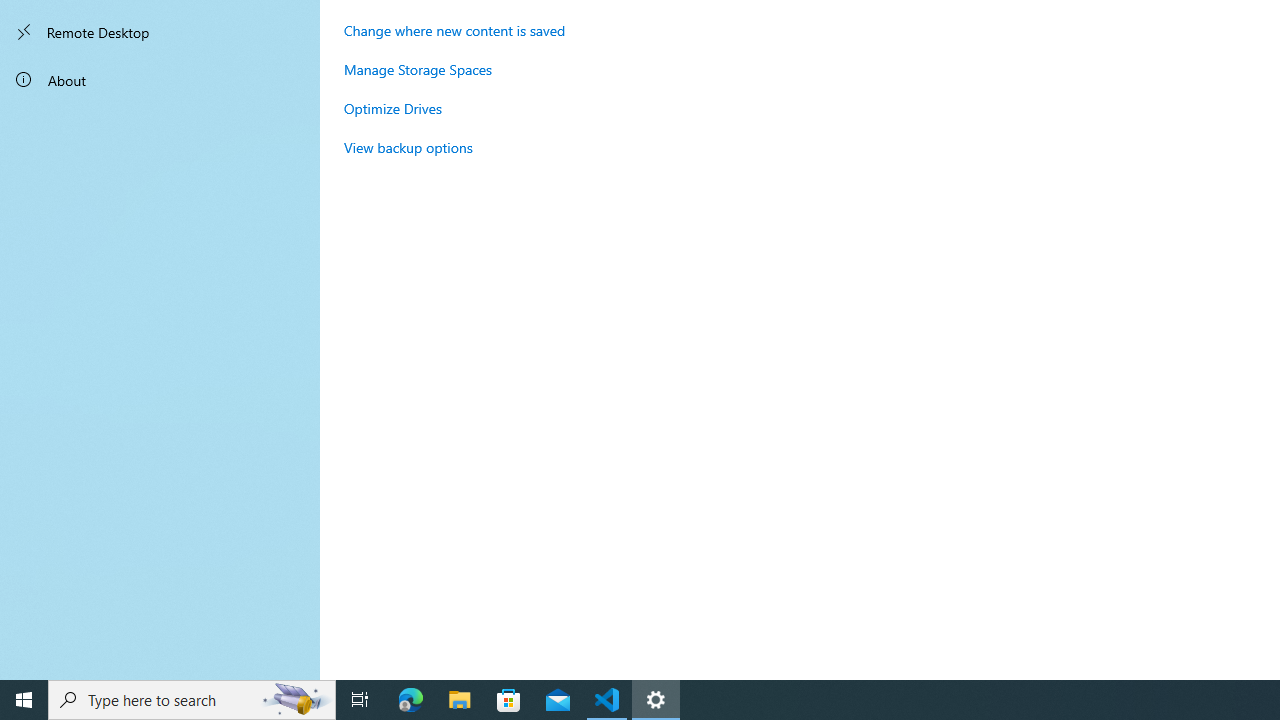  What do you see at coordinates (416, 68) in the screenshot?
I see `'Manage Storage Spaces'` at bounding box center [416, 68].